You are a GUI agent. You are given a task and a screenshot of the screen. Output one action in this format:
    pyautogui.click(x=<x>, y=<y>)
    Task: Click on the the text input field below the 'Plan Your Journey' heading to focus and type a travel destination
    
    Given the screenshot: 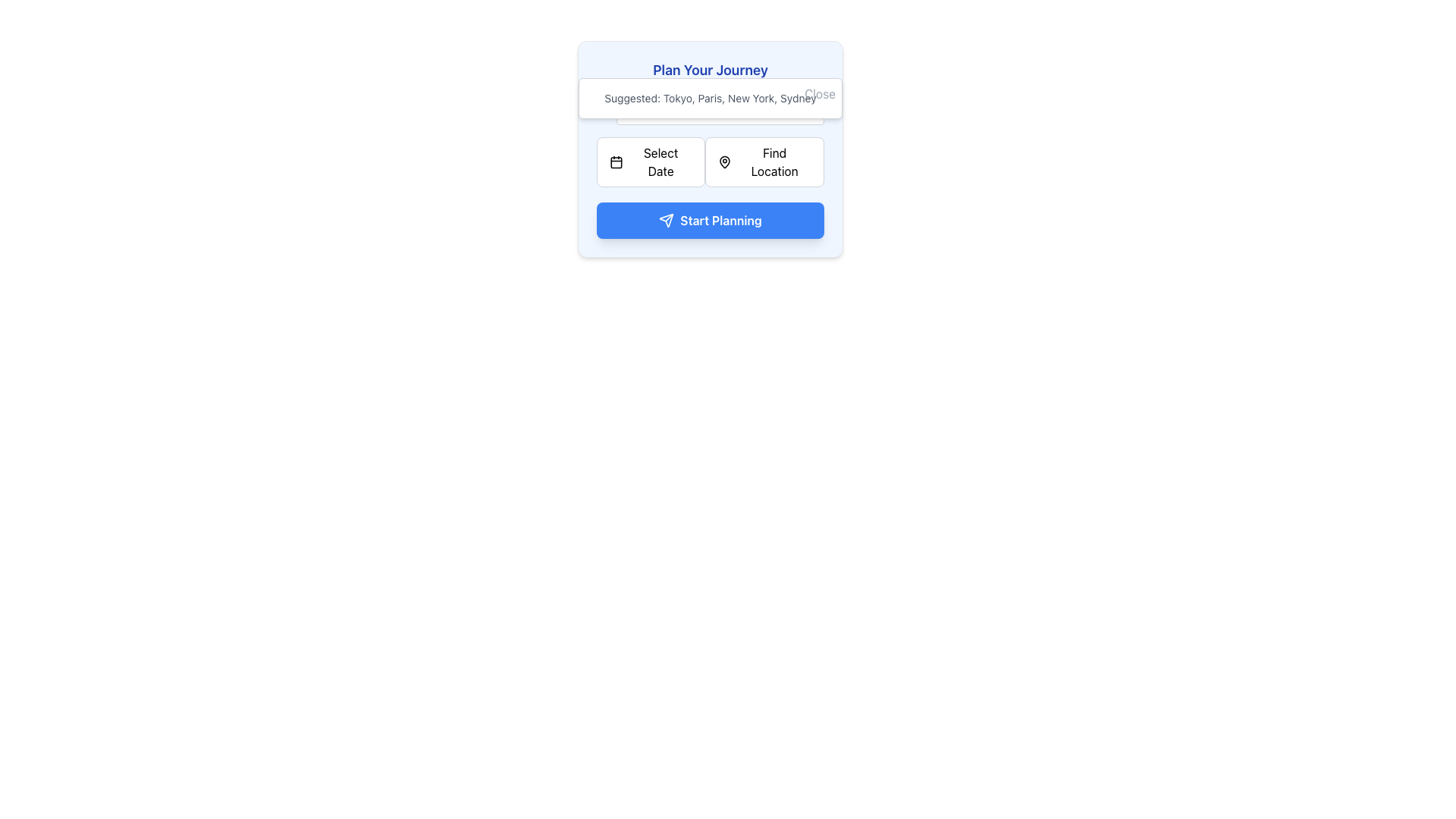 What is the action you would take?
    pyautogui.click(x=720, y=108)
    